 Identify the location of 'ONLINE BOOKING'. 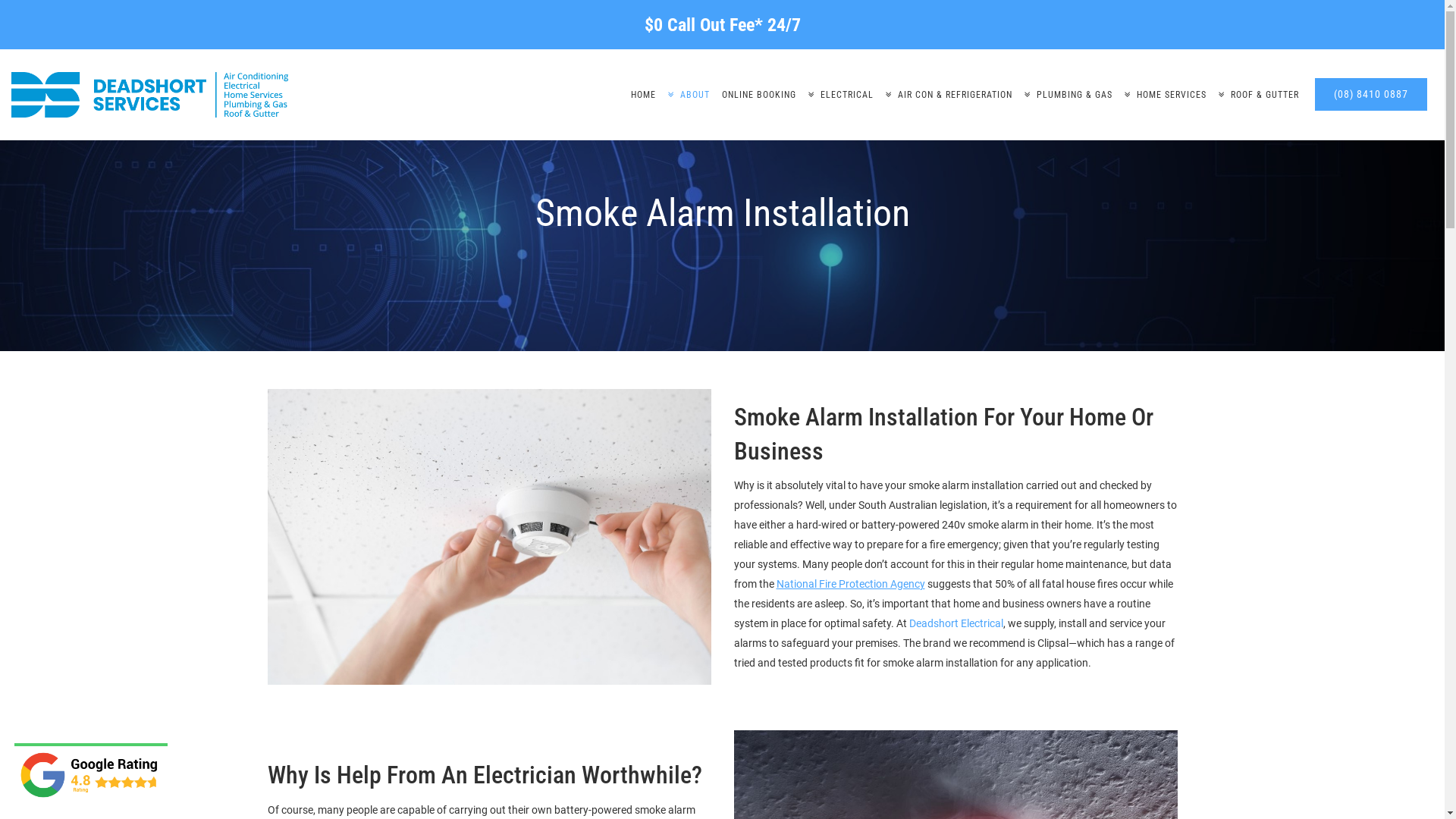
(759, 94).